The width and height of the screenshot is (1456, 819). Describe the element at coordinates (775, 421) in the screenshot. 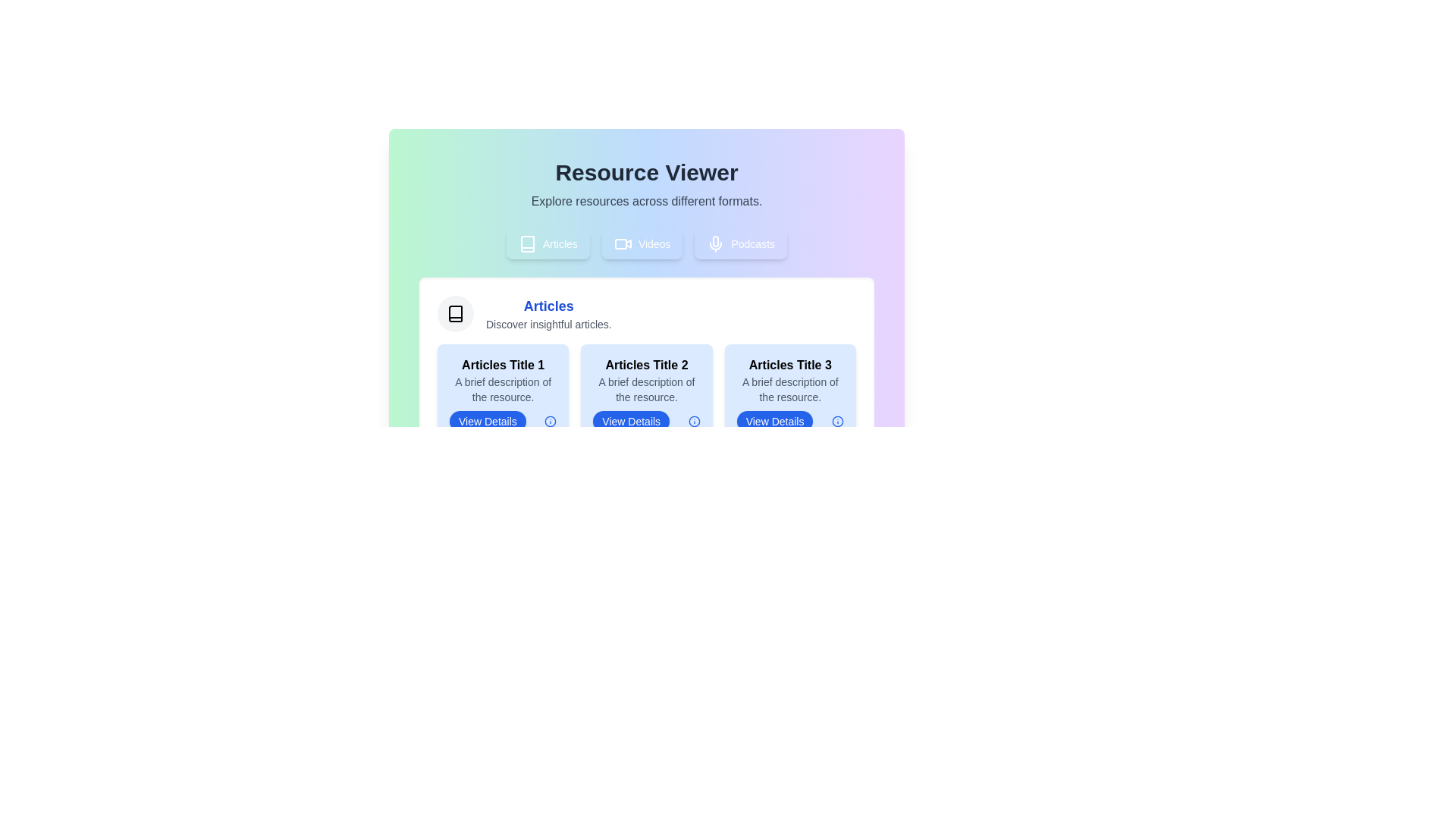

I see `the leftmost button in the card layout associated with 'Articles Title 3'` at that location.